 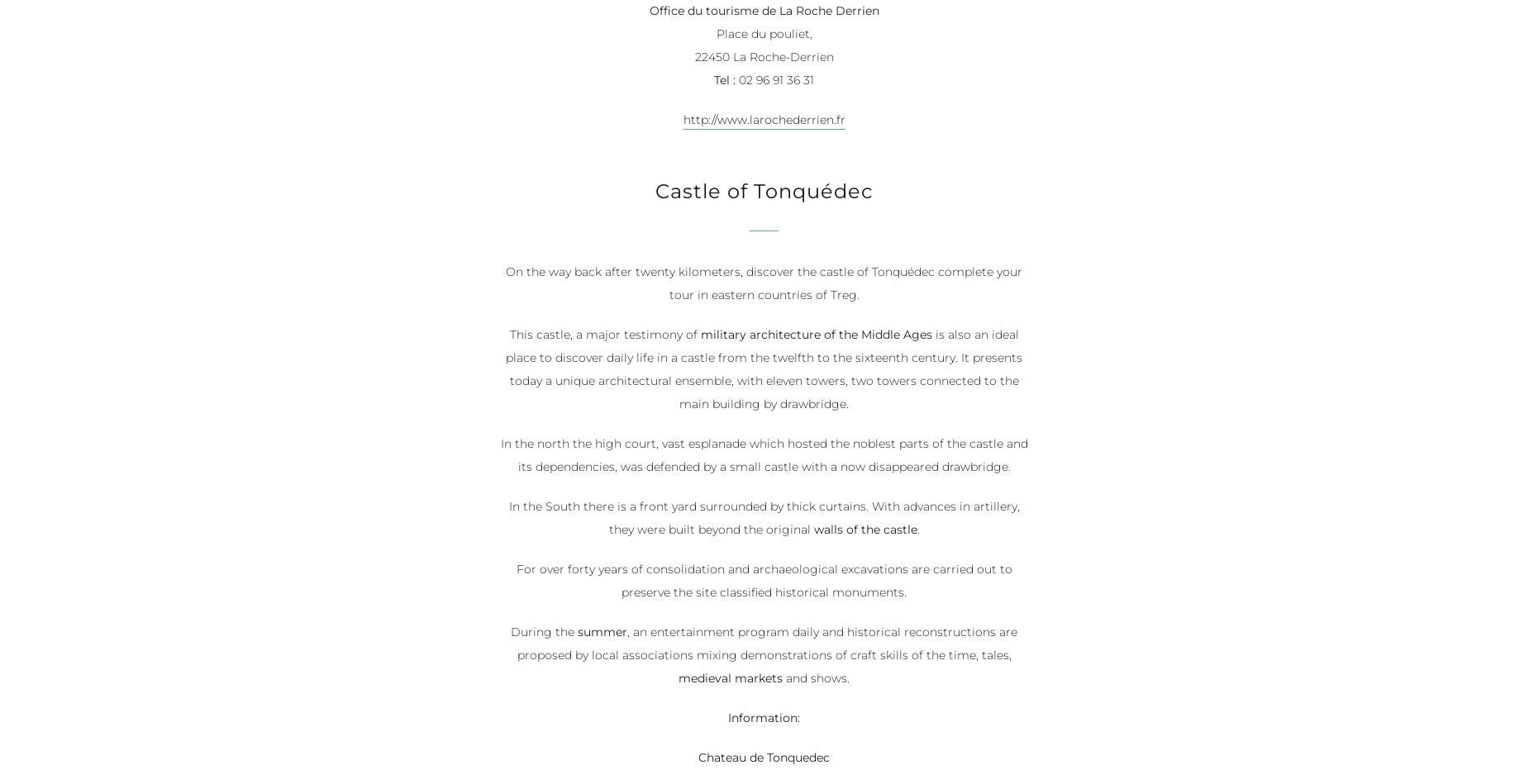 What do you see at coordinates (764, 370) in the screenshot?
I see `'is also an ideal place to discover daily life in a castle from the twelfth to the sixteenth century. It presents today a unique architectural ensemble, with eleven towers, two towers connected to the main building by drawbridge.'` at bounding box center [764, 370].